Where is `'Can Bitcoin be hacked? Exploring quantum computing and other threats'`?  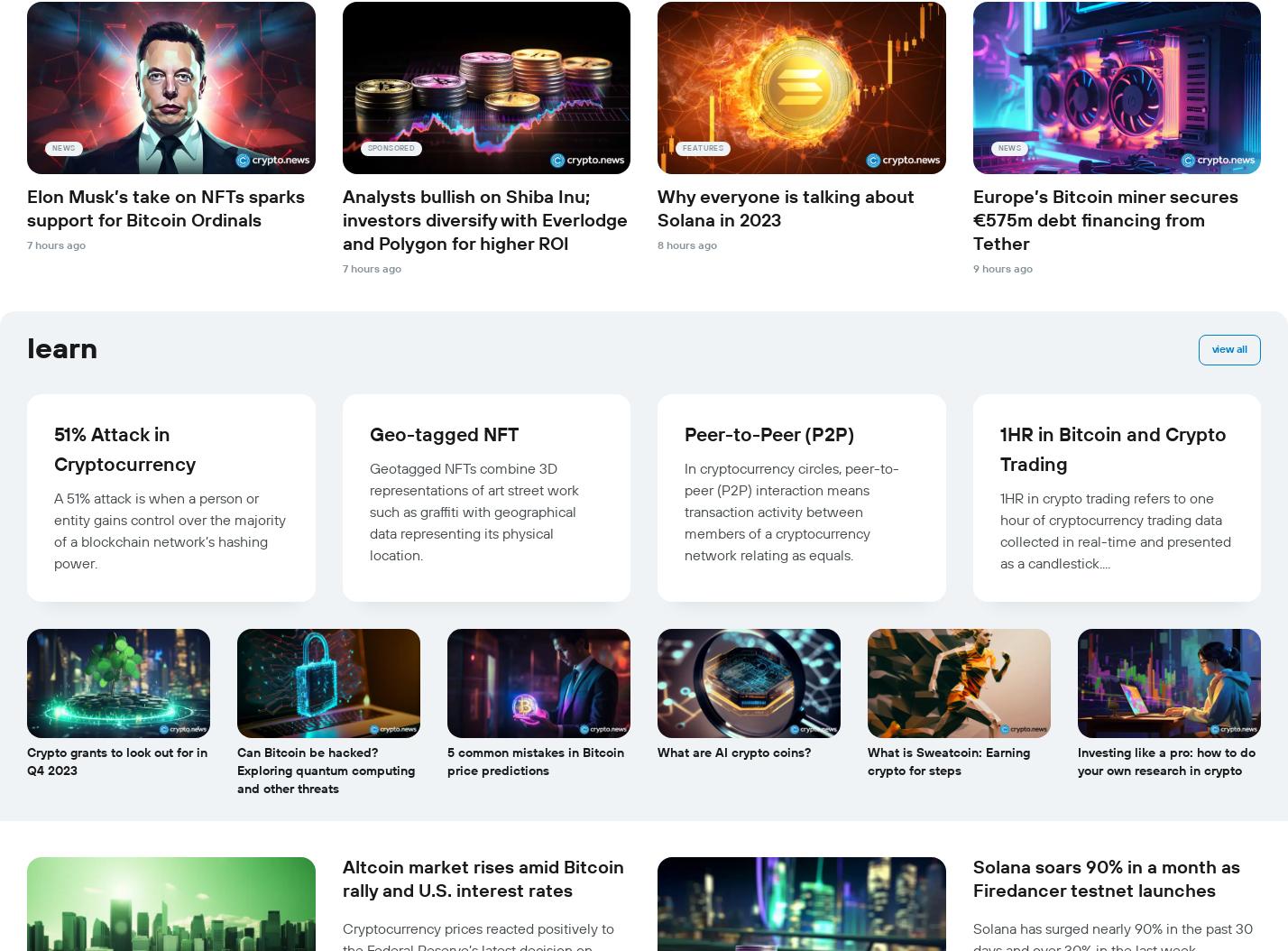
'Can Bitcoin be hacked? Exploring quantum computing and other threats' is located at coordinates (326, 771).